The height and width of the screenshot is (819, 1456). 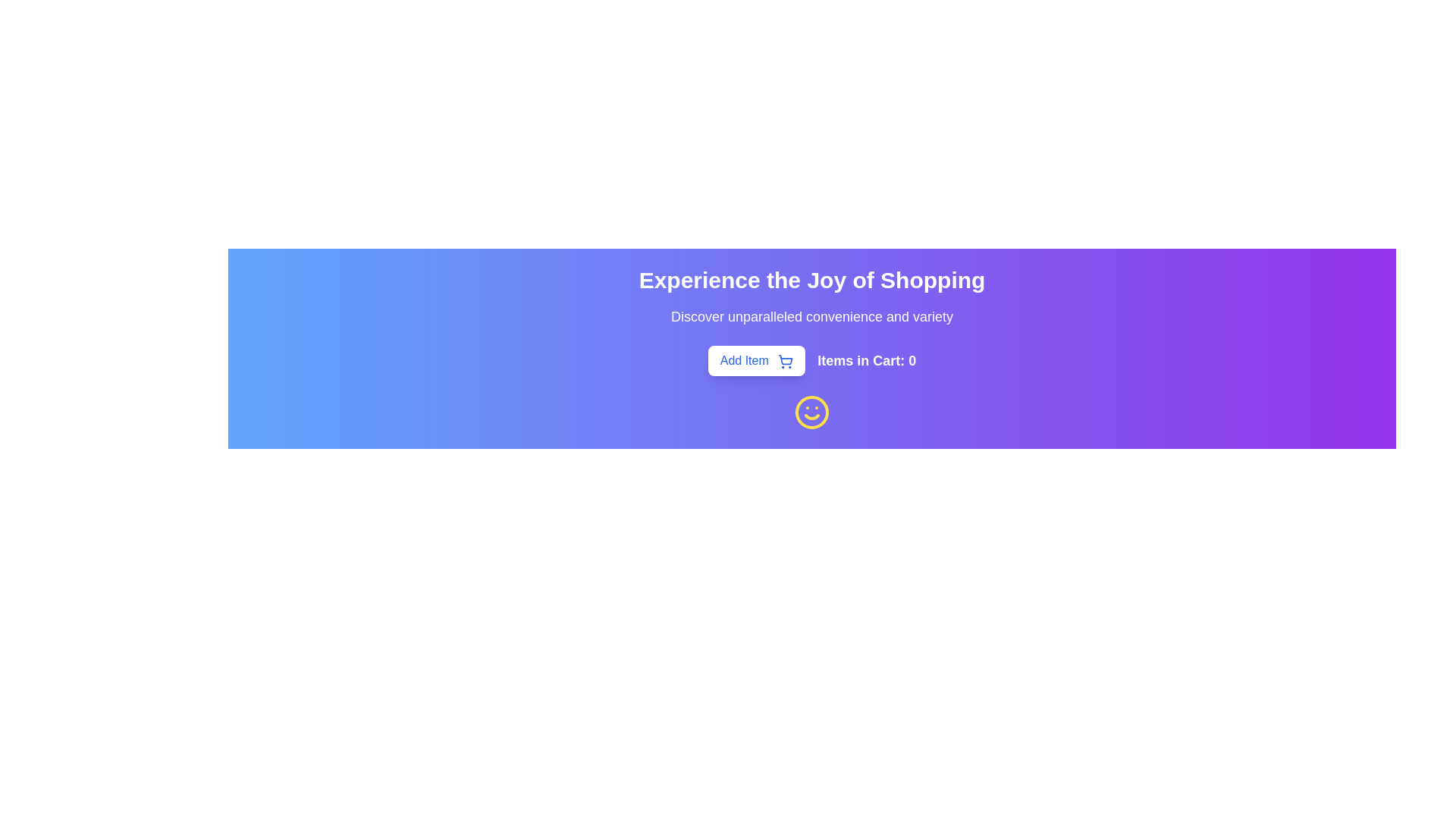 What do you see at coordinates (811, 412) in the screenshot?
I see `the smiley face icon, which is a yellow circular SVG graphic with two eyes and a smile, located near the bottom-center of the interface below the text 'Items in Cart: 0'` at bounding box center [811, 412].